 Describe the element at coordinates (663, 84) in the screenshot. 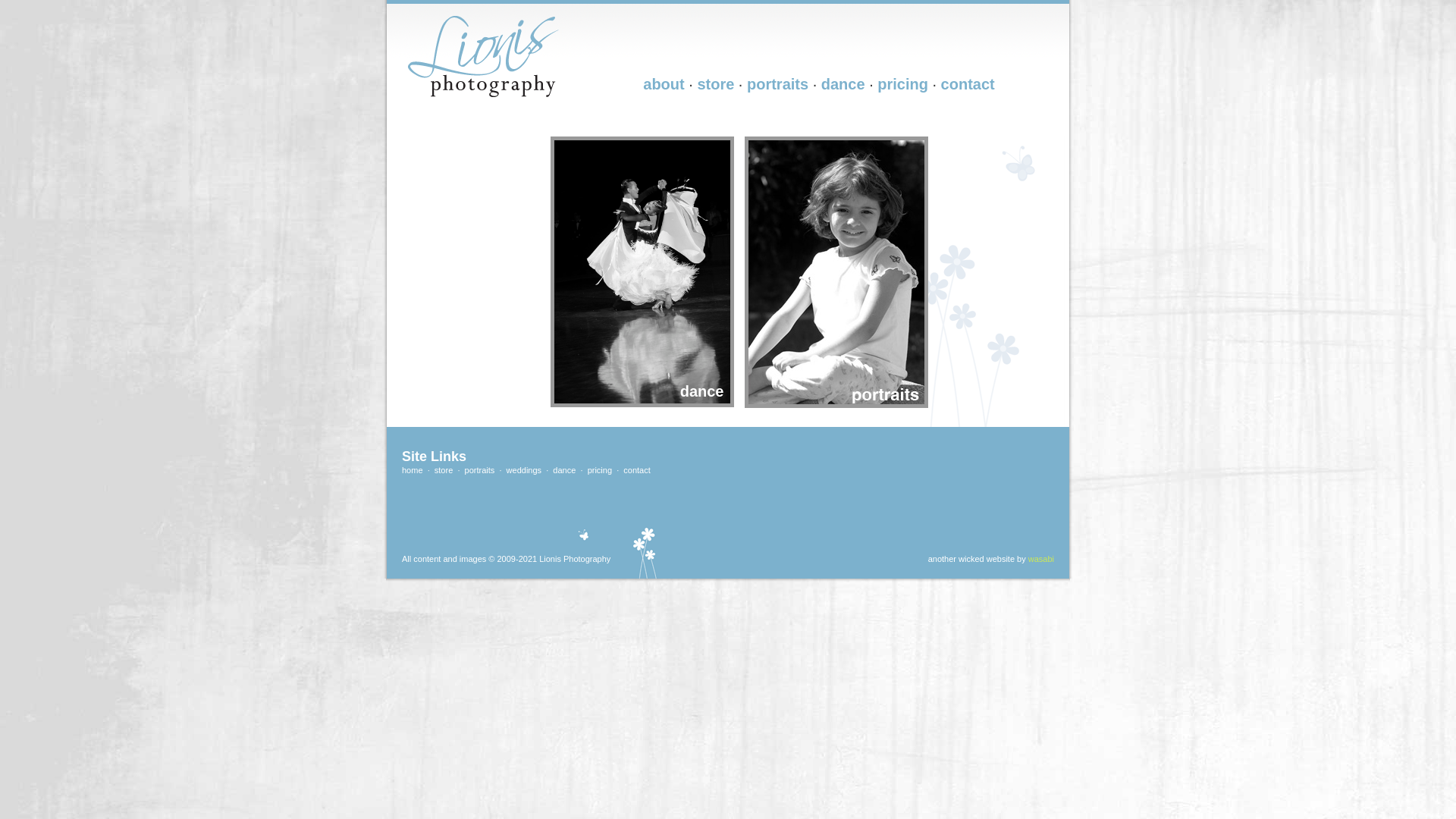

I see `'about'` at that location.